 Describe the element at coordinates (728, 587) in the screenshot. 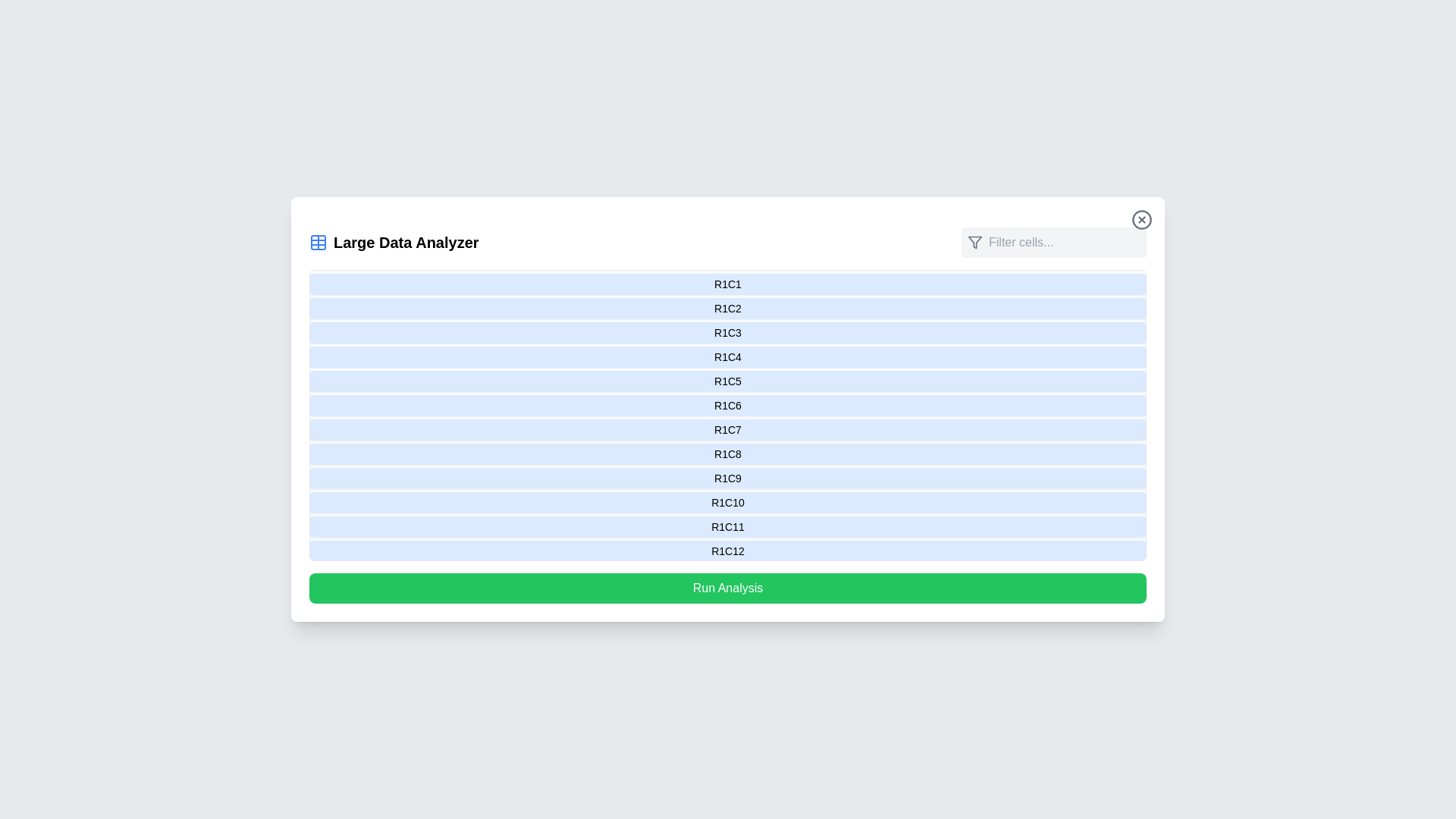

I see `'Run Analysis' button to start the analysis` at that location.